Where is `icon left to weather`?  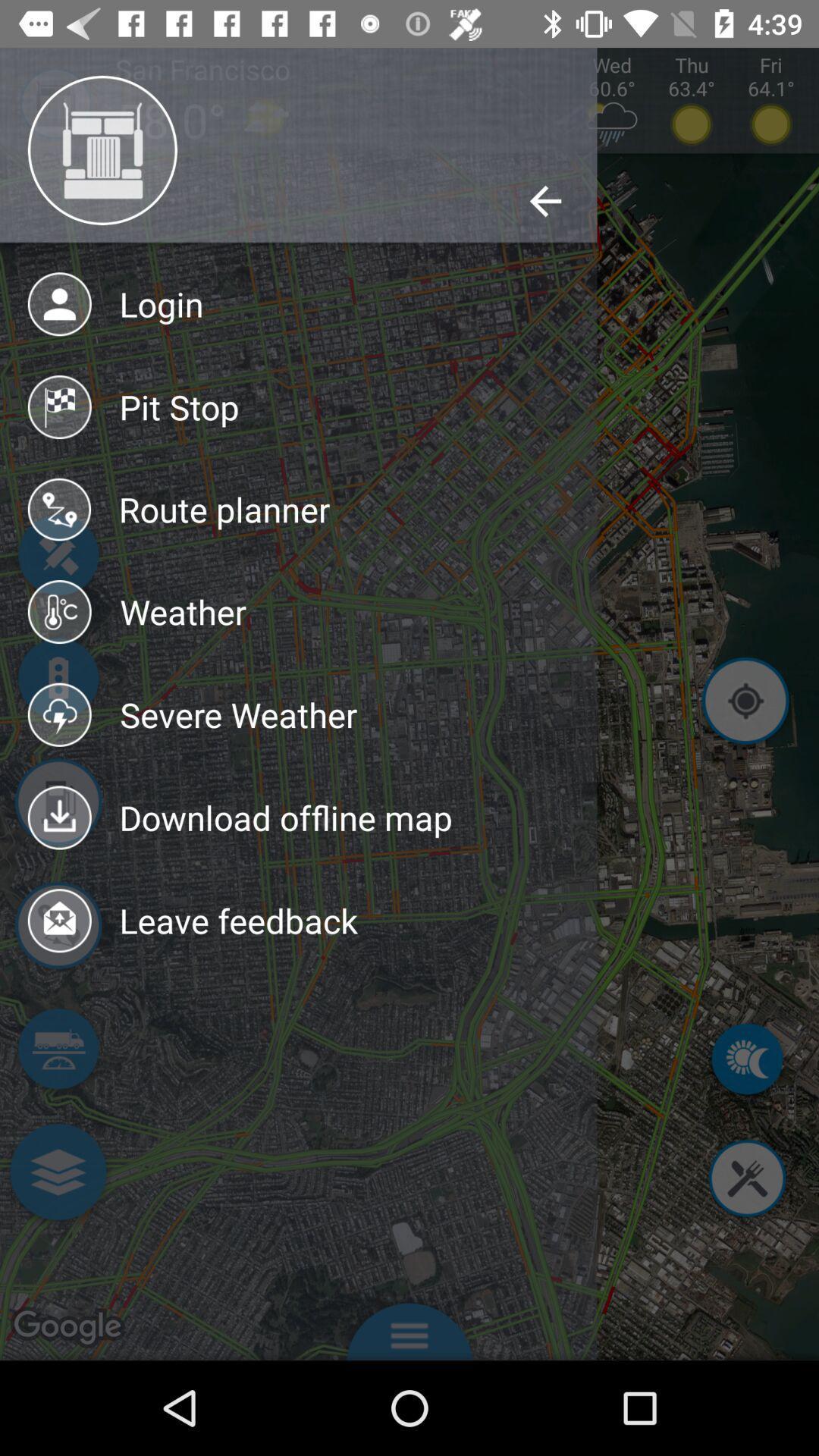
icon left to weather is located at coordinates (59, 611).